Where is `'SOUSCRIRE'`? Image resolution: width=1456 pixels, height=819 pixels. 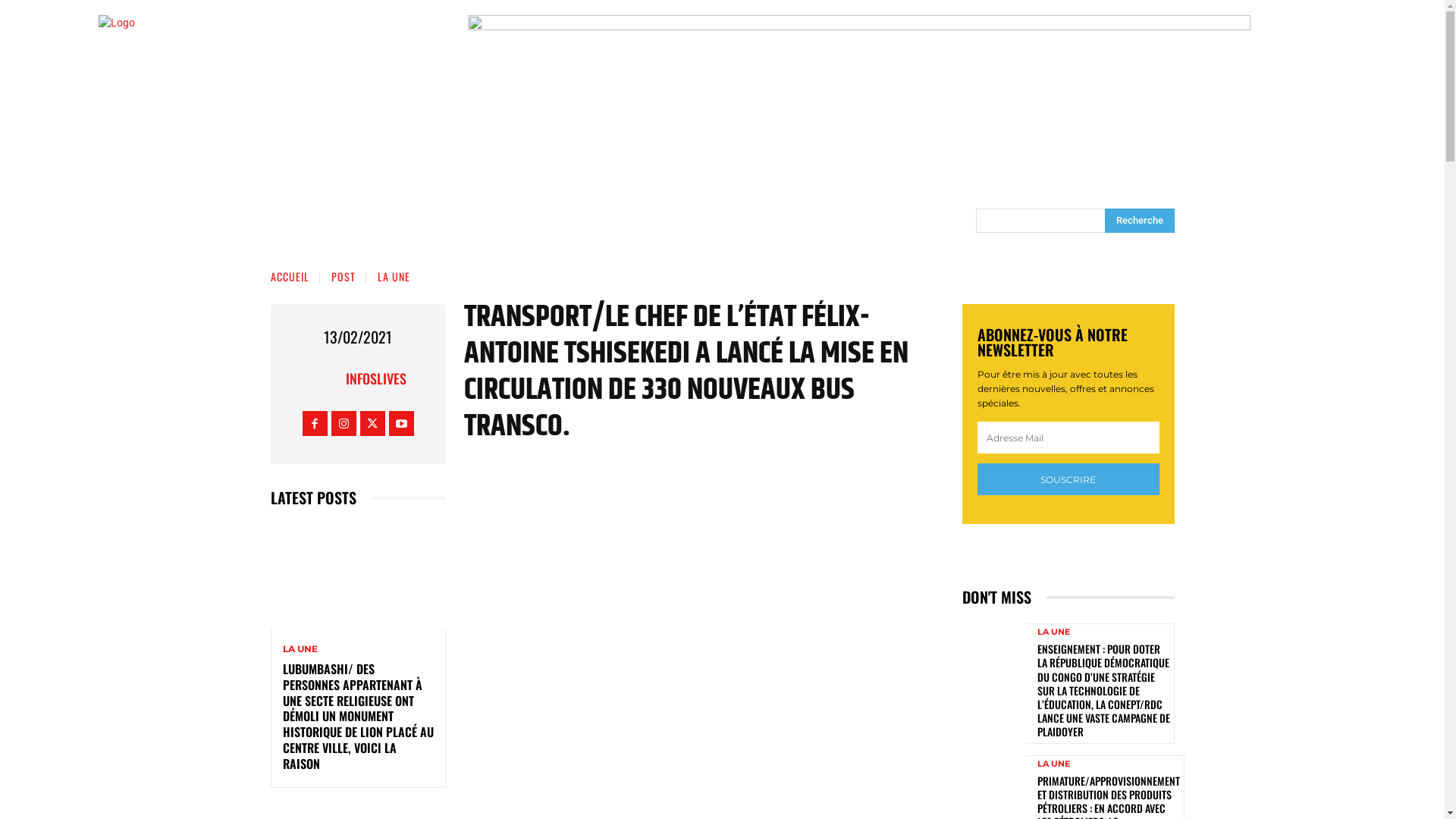
'SOUSCRIRE' is located at coordinates (1066, 479).